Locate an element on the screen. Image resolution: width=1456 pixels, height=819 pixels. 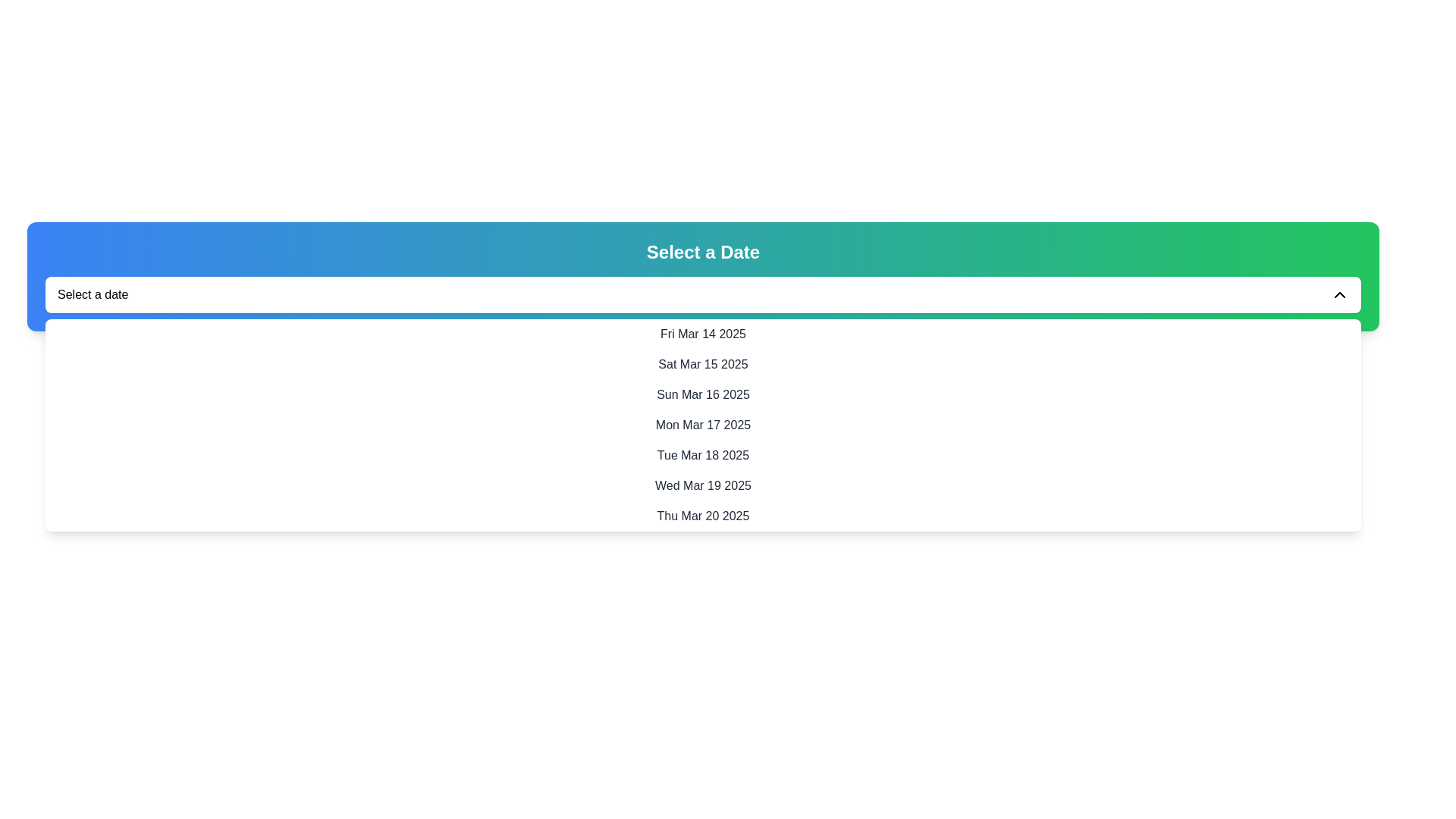
the first date entry in the dropdown menu, which represents 'Fri Mar 14 2025' is located at coordinates (702, 333).